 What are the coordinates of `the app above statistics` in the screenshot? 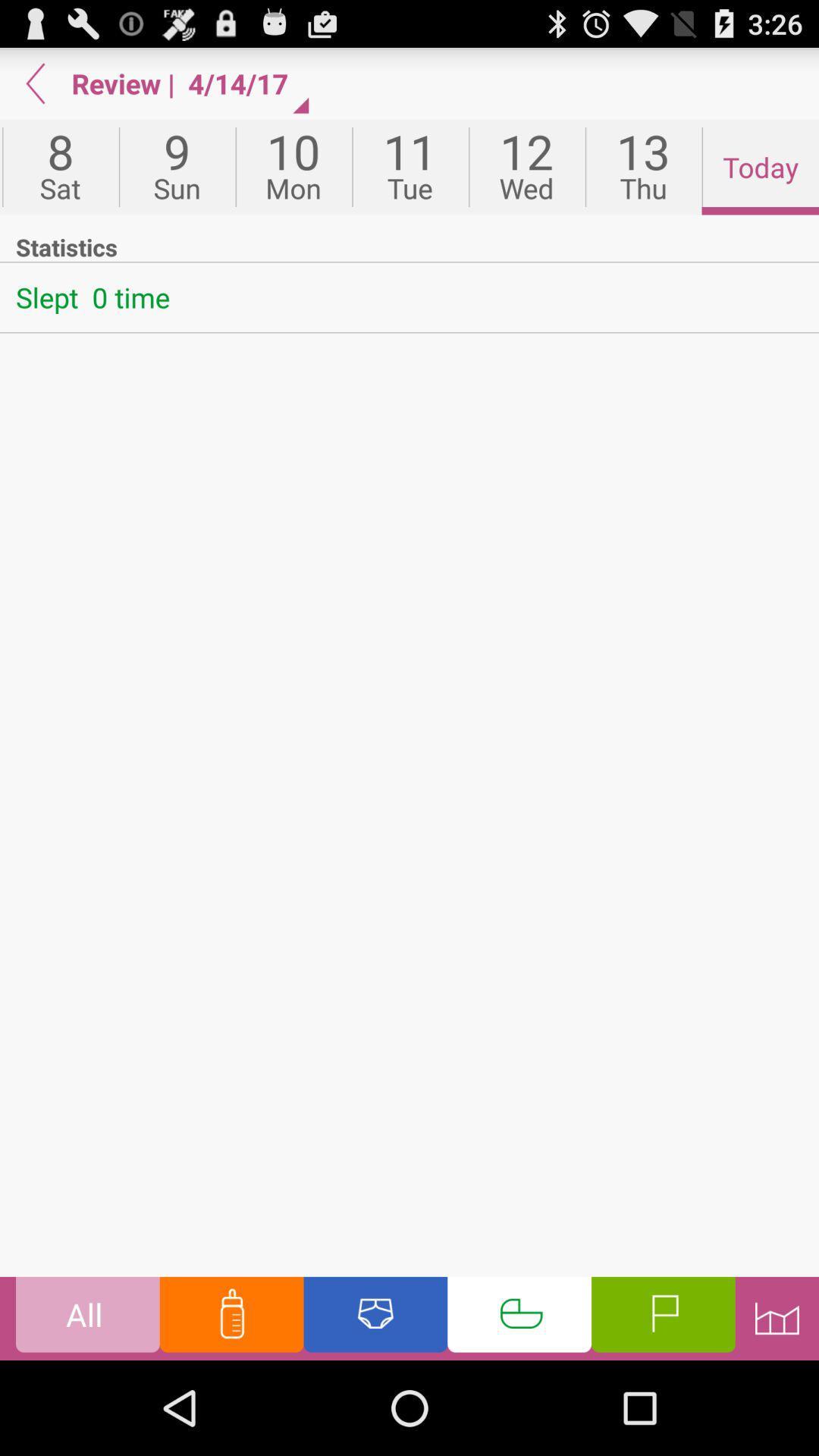 It's located at (643, 167).